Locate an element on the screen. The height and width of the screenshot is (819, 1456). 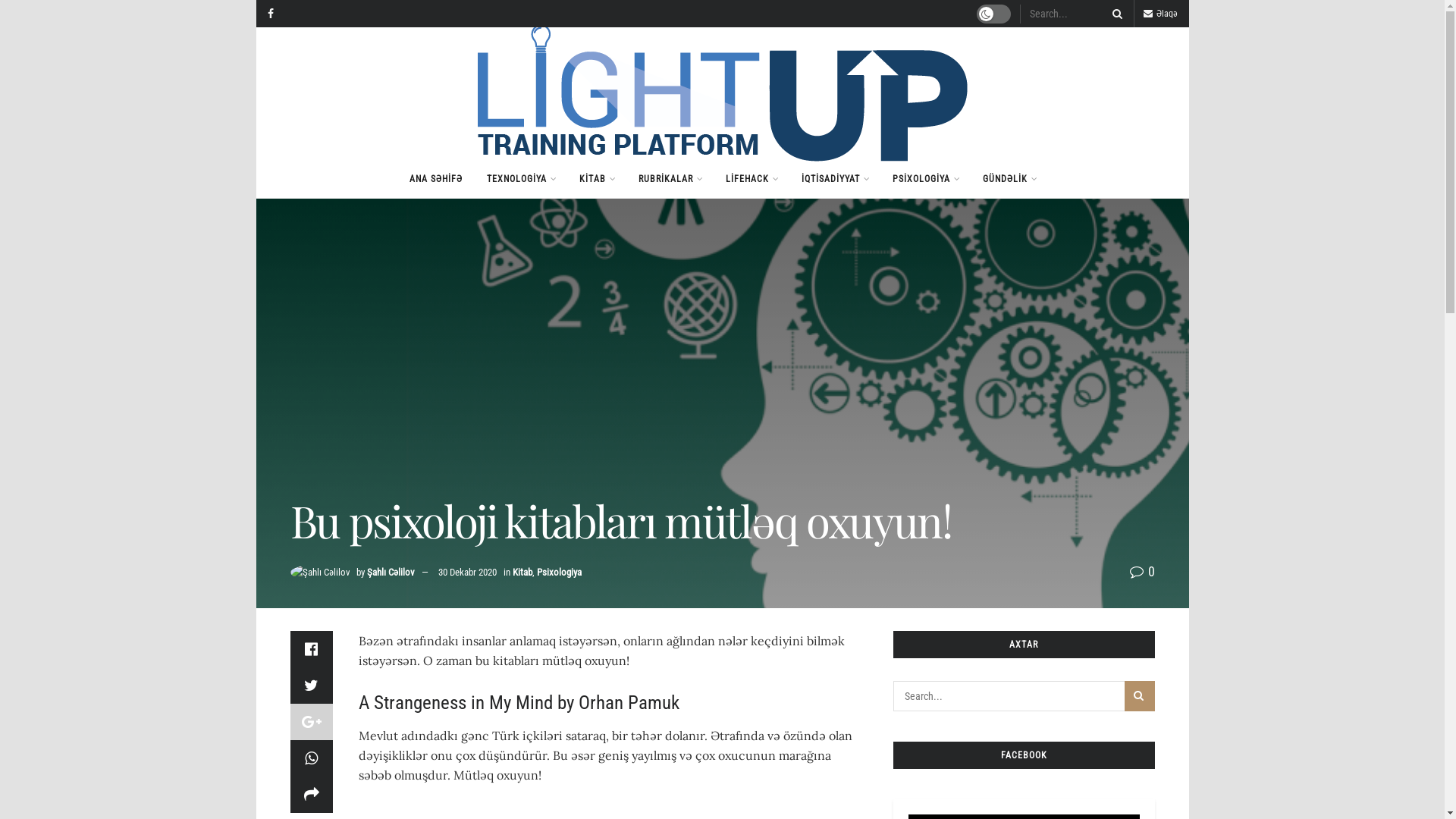
'LIFEHACK' is located at coordinates (712, 177).